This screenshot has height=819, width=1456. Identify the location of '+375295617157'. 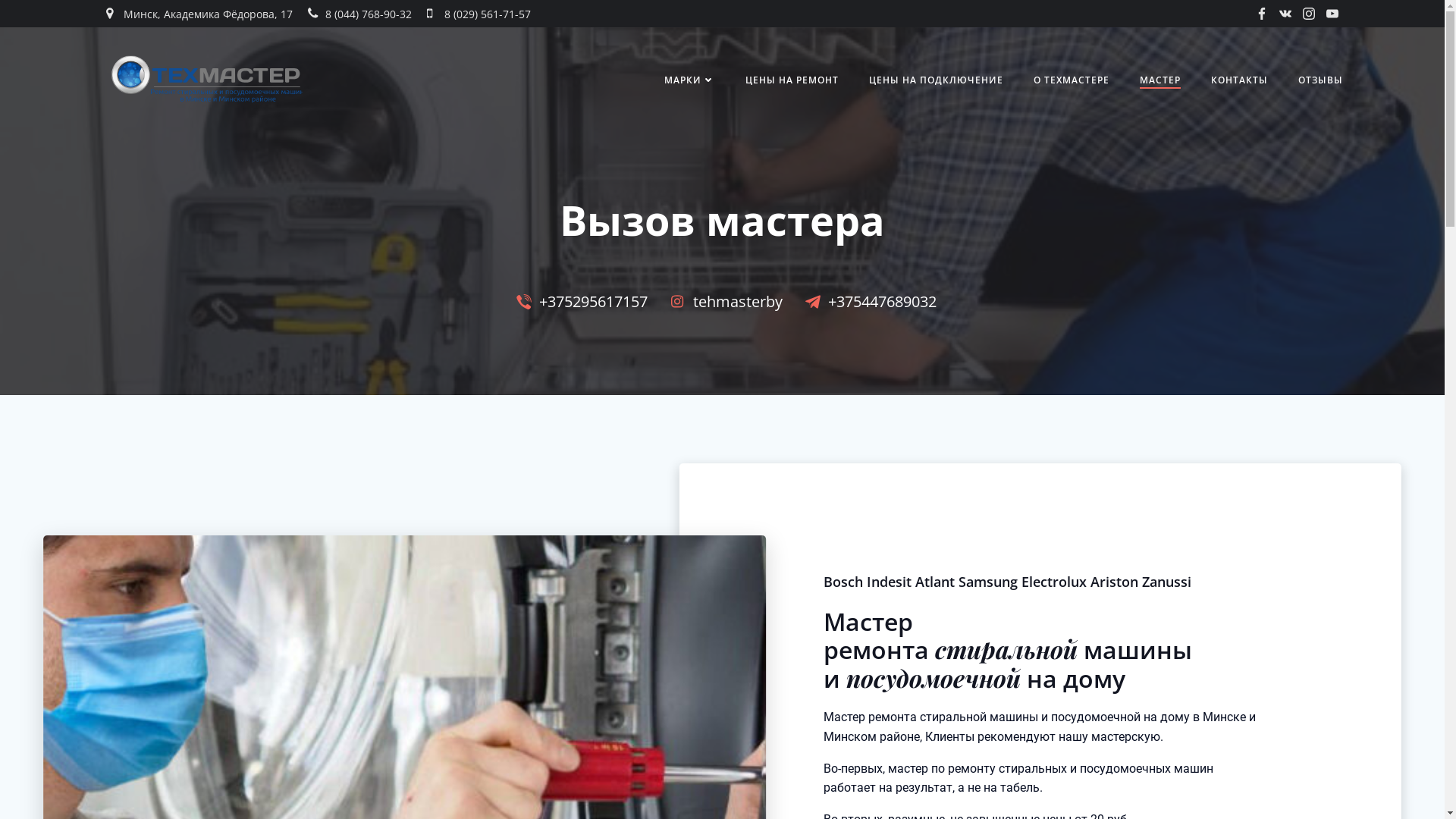
(576, 301).